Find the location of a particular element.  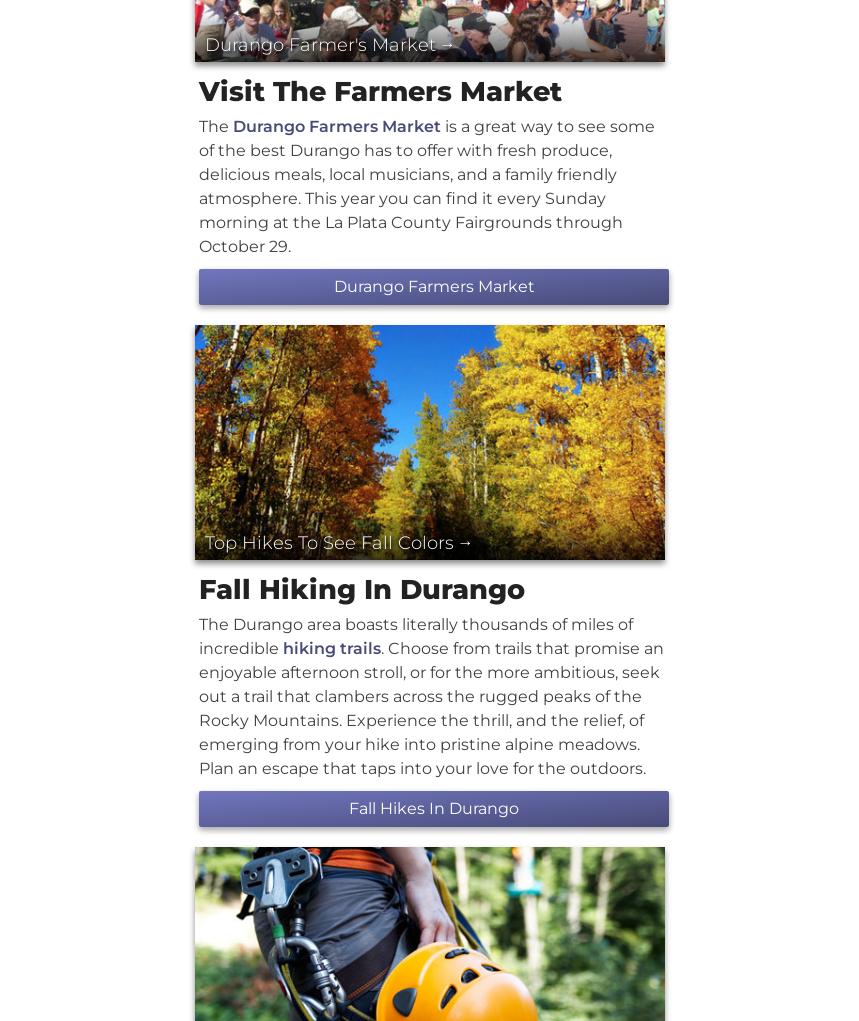

'Visit The Farmers Market' is located at coordinates (379, 89).